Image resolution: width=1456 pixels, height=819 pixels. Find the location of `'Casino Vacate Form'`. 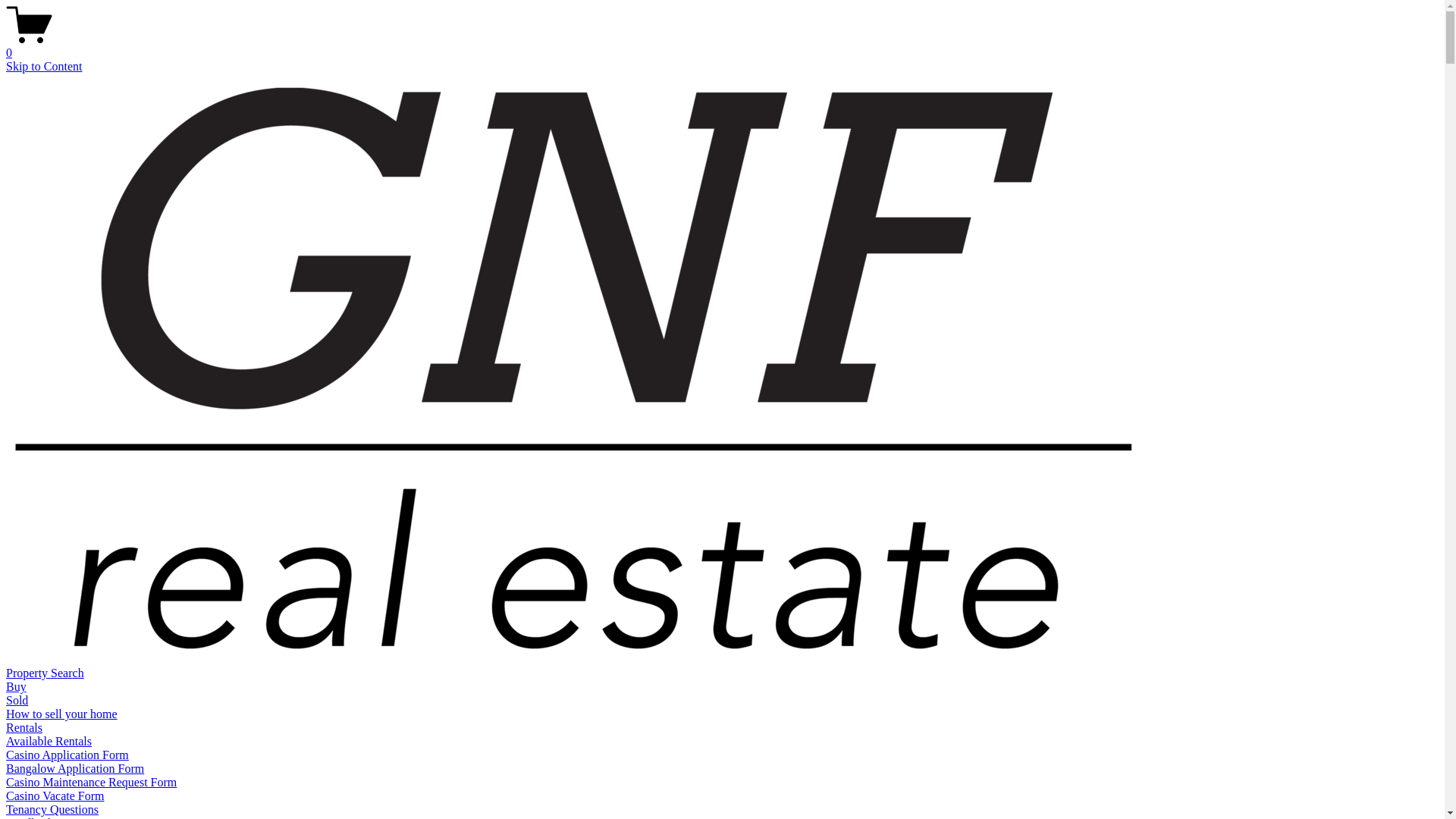

'Casino Vacate Form' is located at coordinates (55, 795).